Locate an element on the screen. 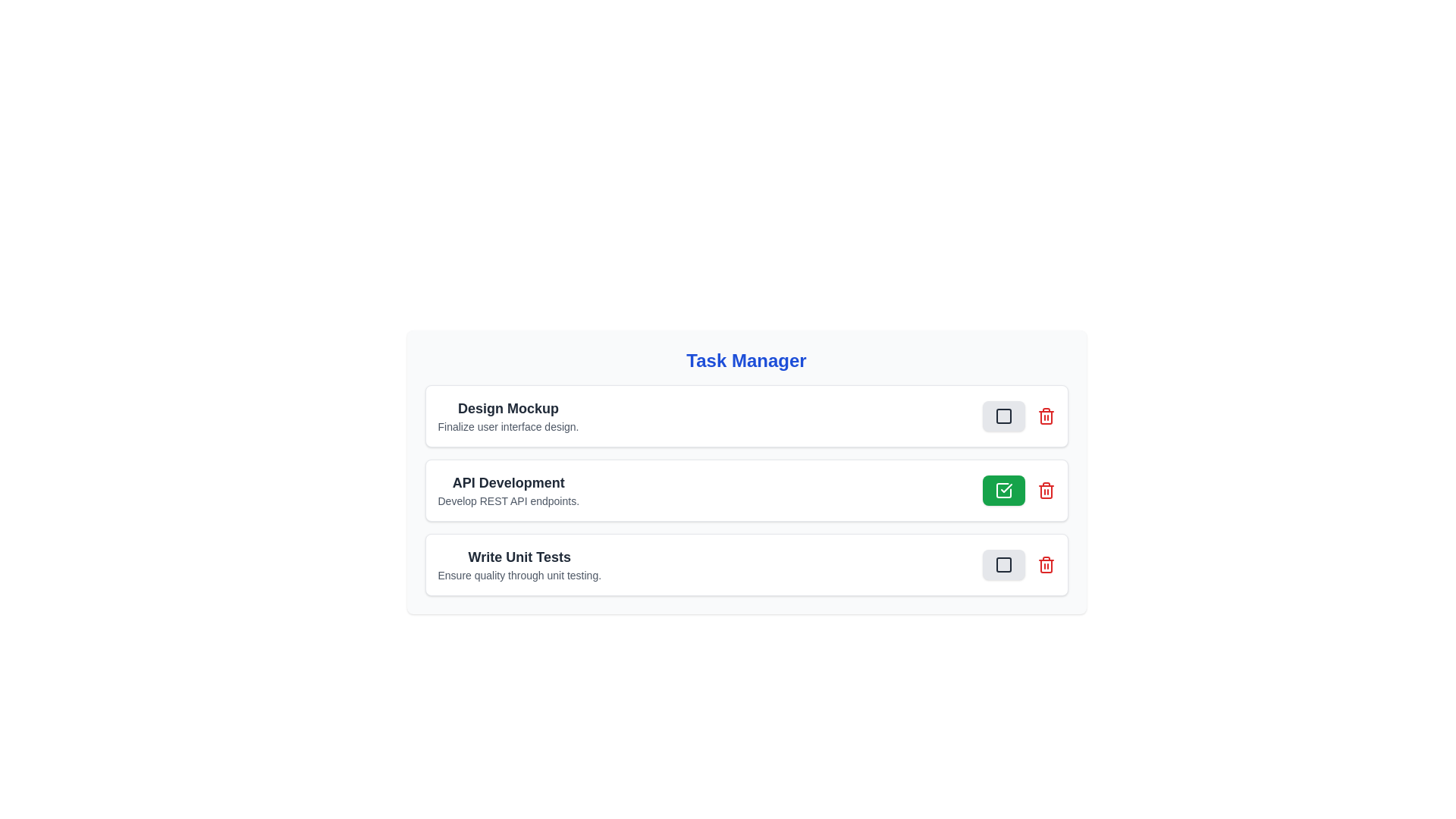  the square icon with rounded corners and a thin outline located in the right section of the last task row titled 'Write Unit Tests' is located at coordinates (1003, 564).